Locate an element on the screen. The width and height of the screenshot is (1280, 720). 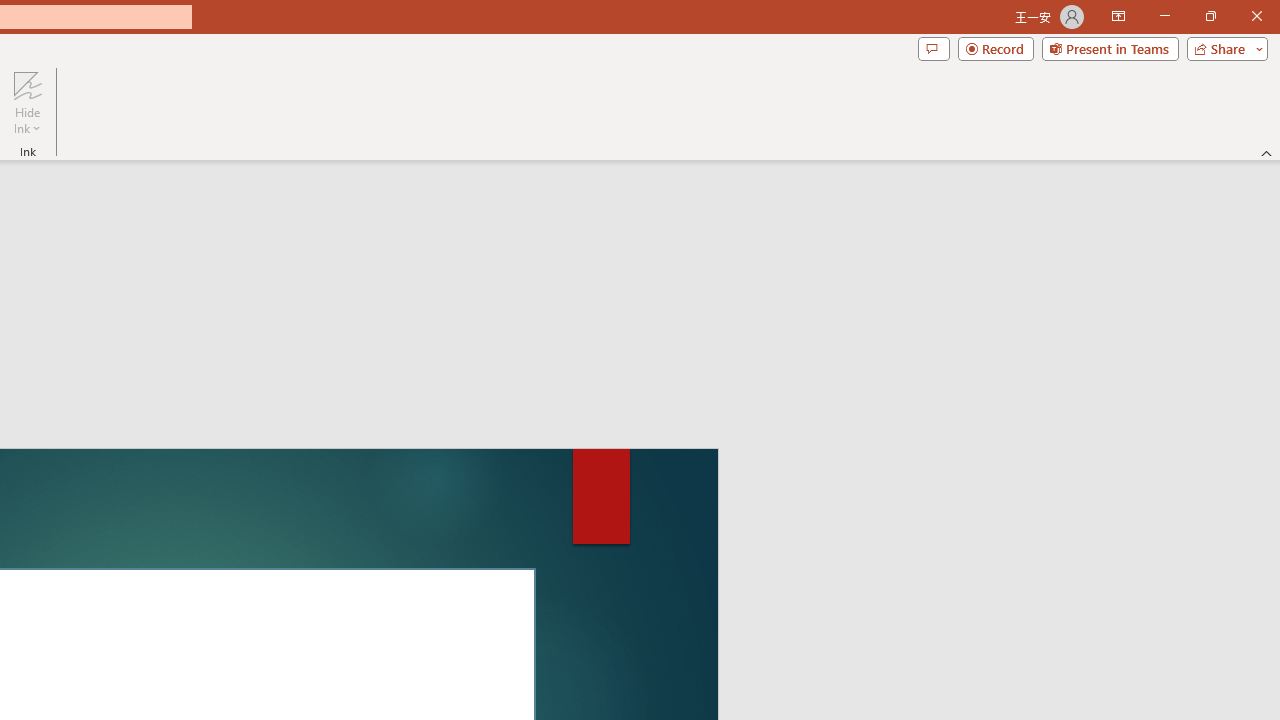
'More Options' is located at coordinates (27, 121).